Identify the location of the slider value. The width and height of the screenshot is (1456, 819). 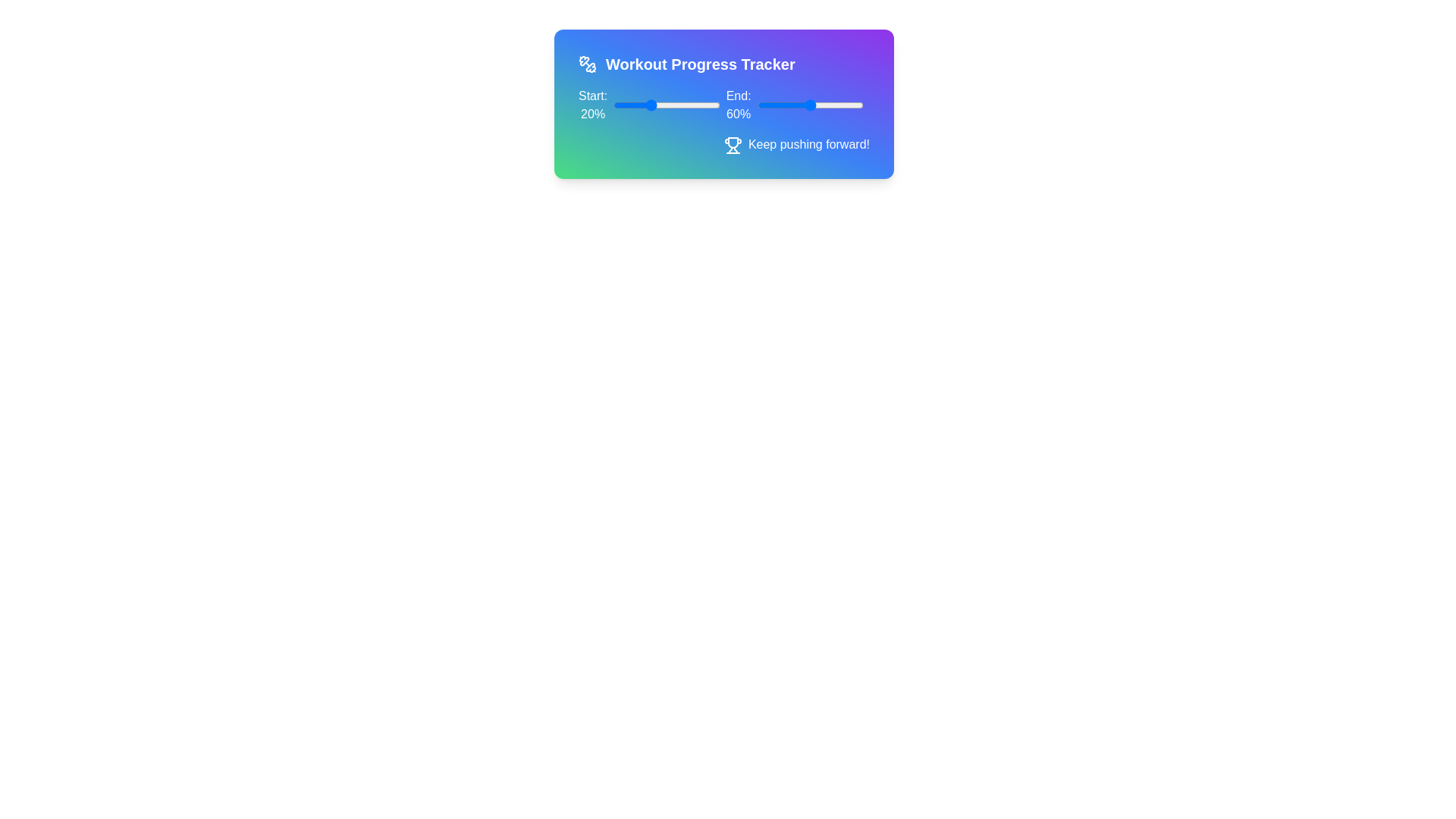
(651, 104).